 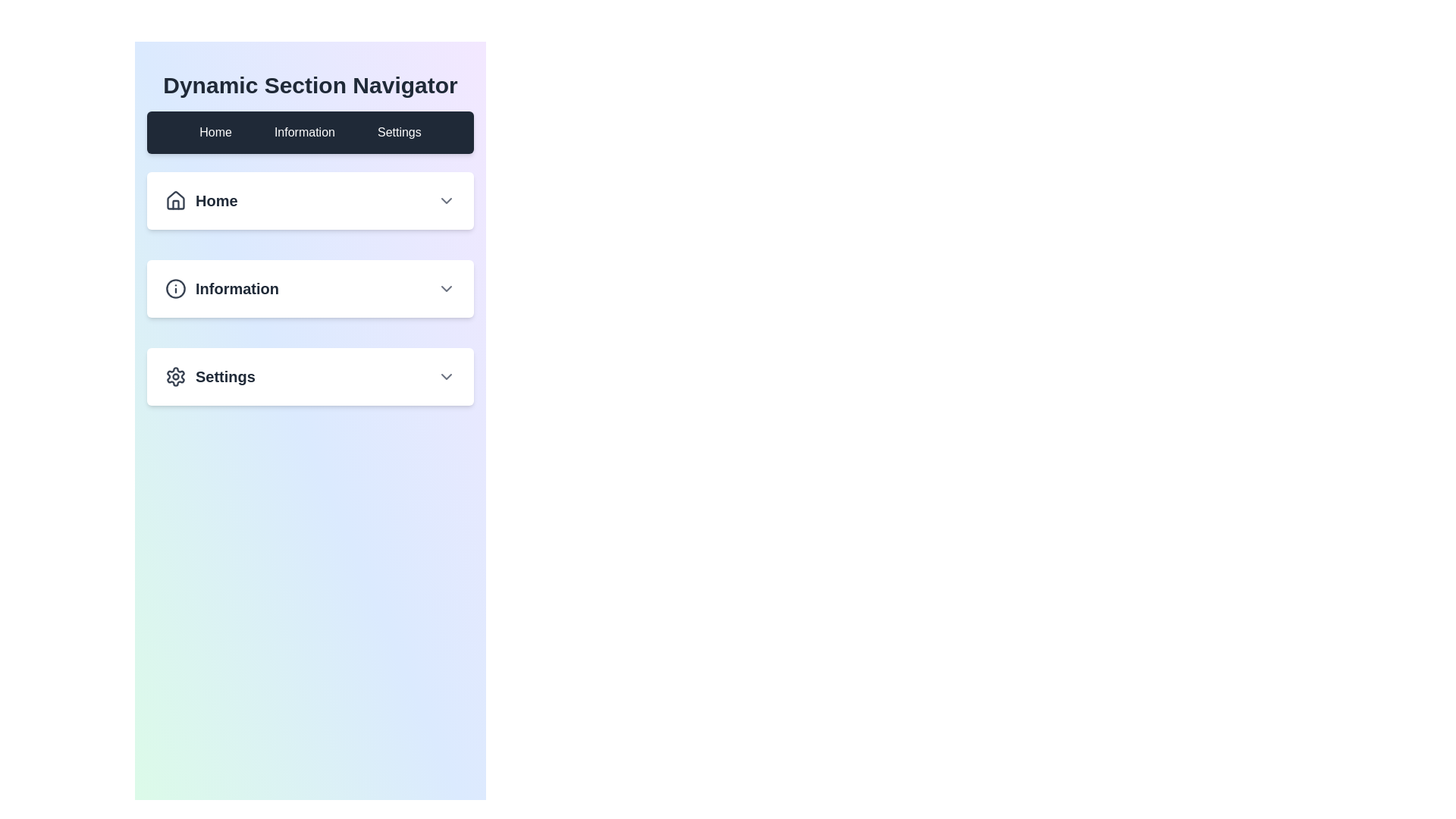 I want to click on the gear icon located in the third collapsible card section labeled 'Settings' to interact with it, so click(x=175, y=376).